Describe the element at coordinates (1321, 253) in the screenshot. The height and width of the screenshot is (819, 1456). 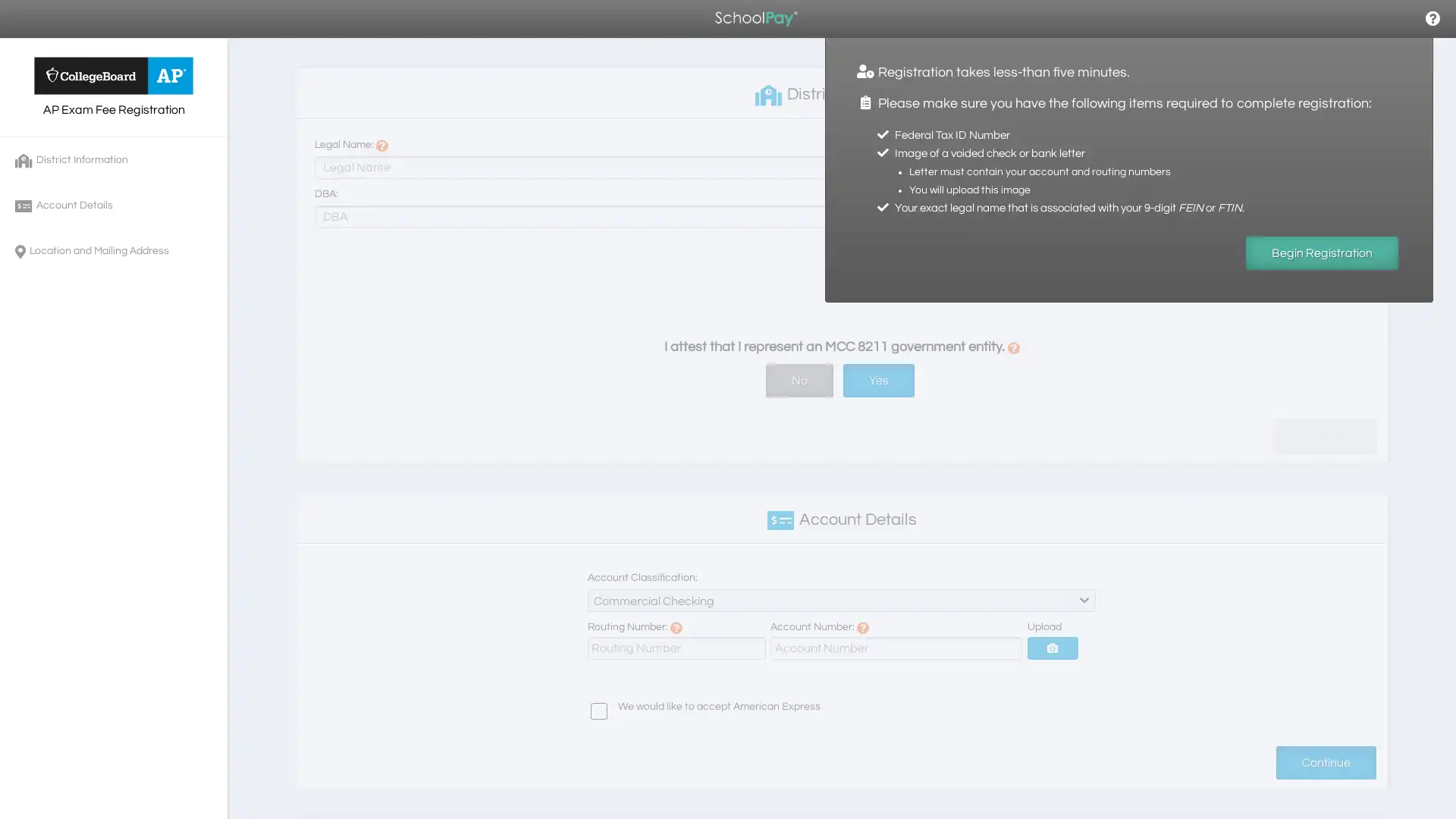
I see `Begin Registration` at that location.